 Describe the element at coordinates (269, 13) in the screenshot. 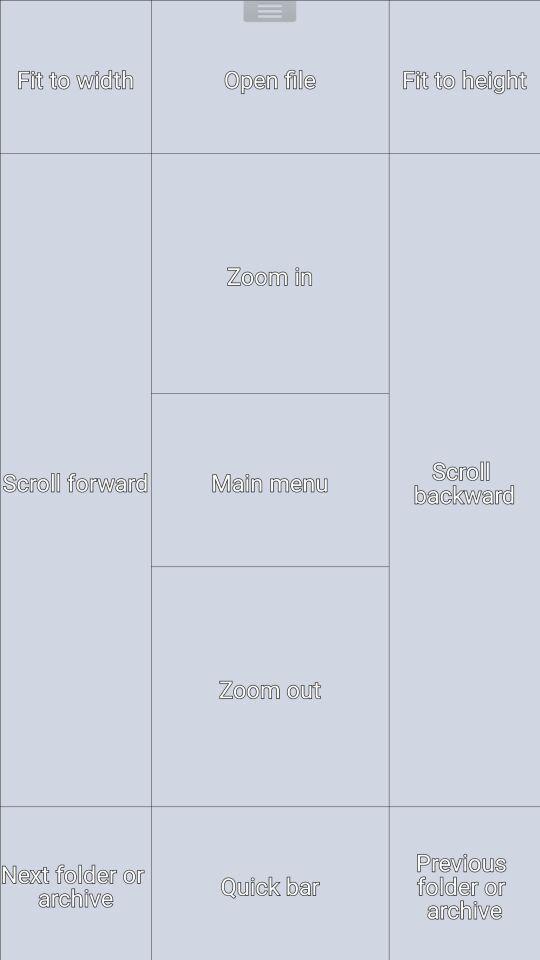

I see `shows the menu option` at that location.